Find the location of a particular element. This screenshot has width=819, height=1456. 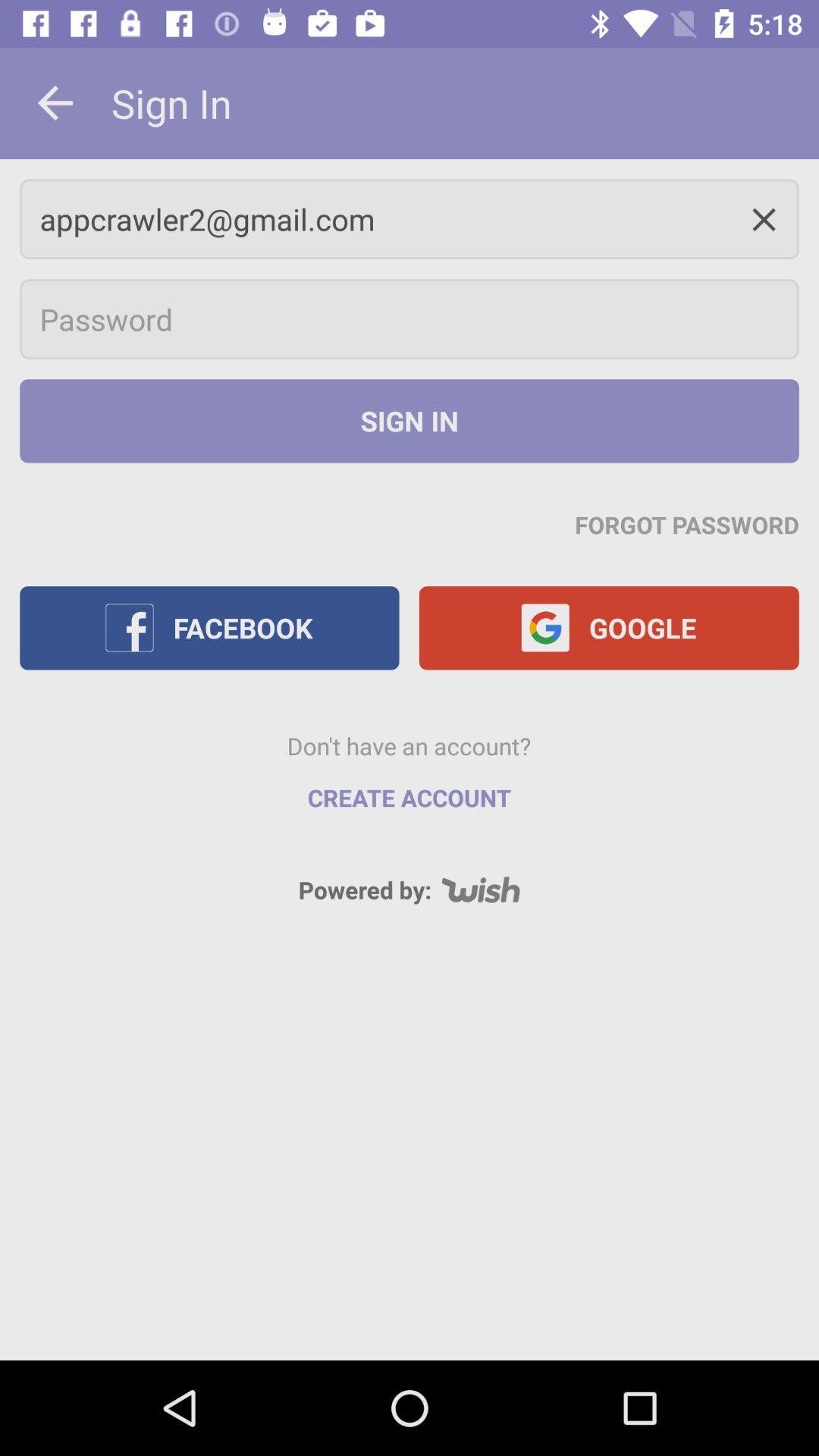

item below don t have is located at coordinates (409, 797).